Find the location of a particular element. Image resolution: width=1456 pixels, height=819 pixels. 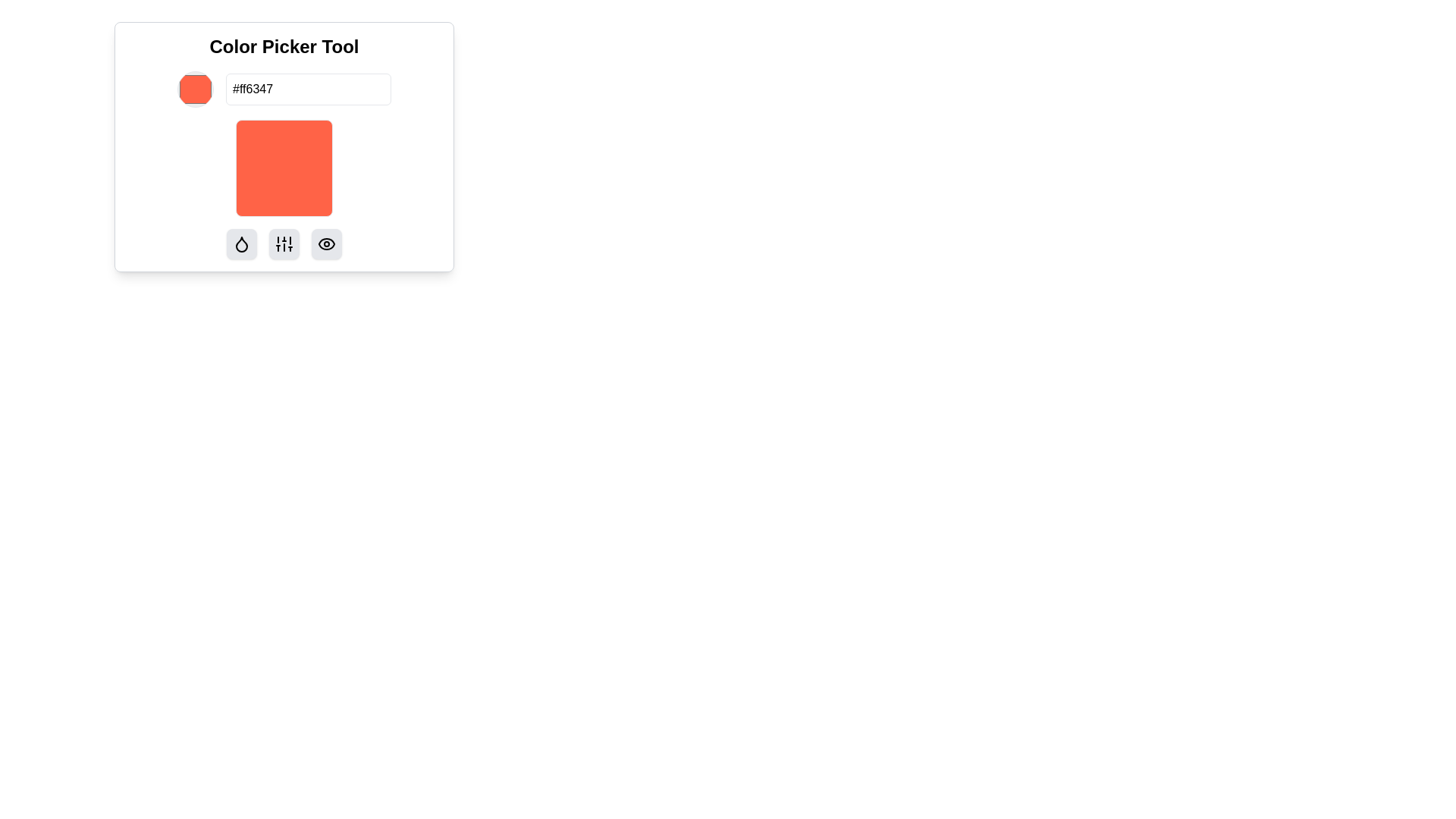

the second button in the horizontal row of buttons at the bottom of the Color Picker Tool interface is located at coordinates (284, 243).